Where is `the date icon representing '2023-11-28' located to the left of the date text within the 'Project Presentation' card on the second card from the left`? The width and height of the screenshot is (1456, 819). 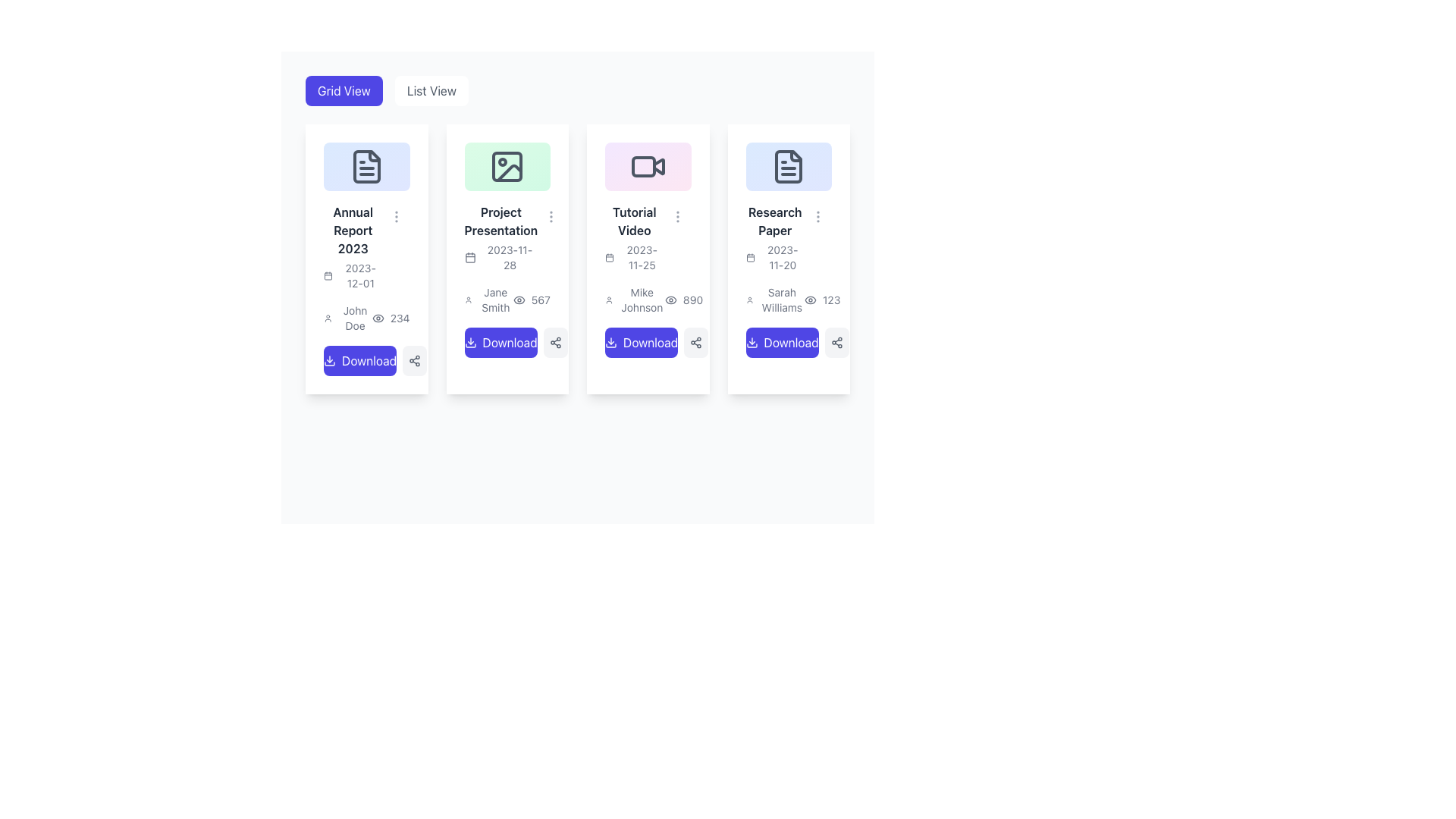
the date icon representing '2023-11-28' located to the left of the date text within the 'Project Presentation' card on the second card from the left is located at coordinates (469, 256).